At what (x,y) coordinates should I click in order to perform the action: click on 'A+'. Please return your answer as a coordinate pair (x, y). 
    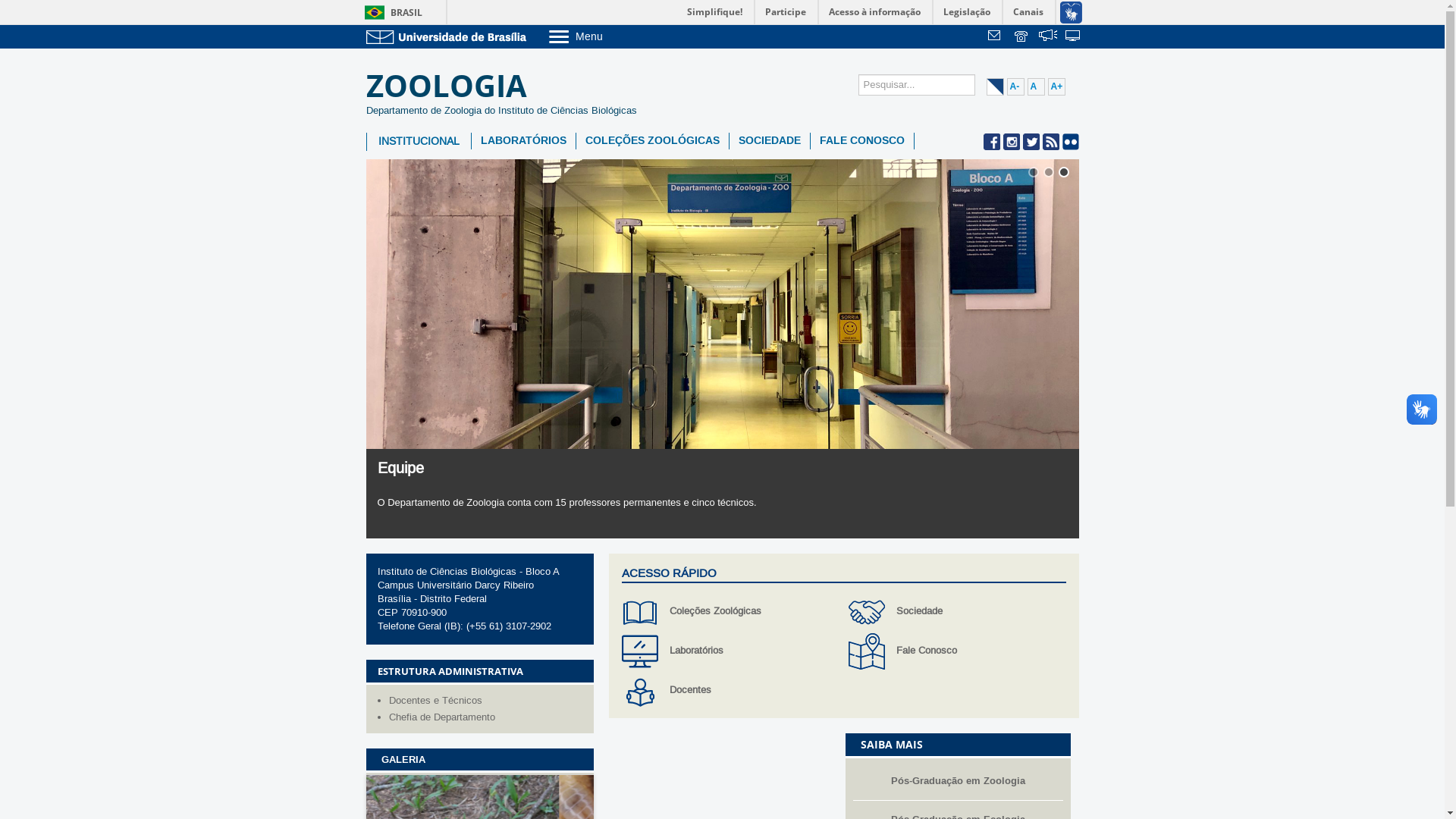
    Looking at the image, I should click on (1047, 86).